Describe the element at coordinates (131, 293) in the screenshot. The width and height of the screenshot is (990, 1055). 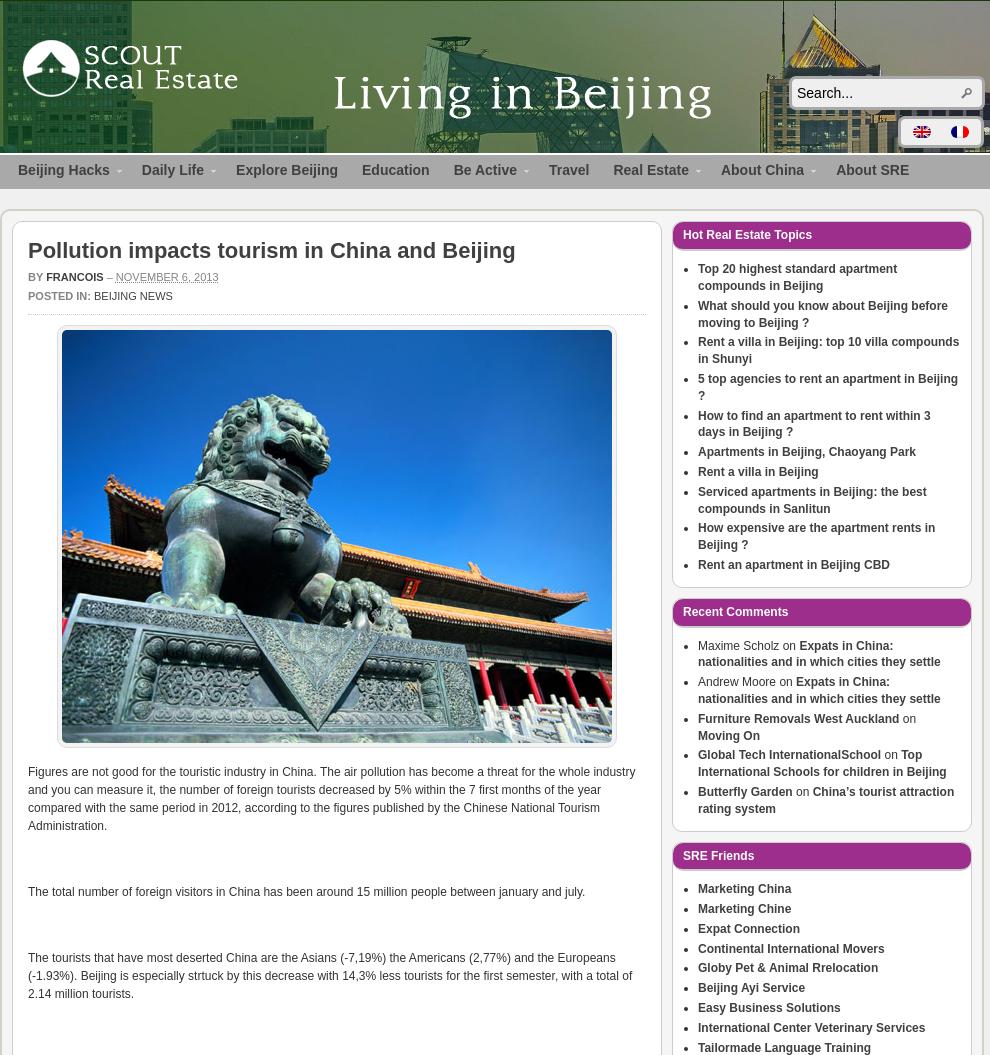
I see `'Beijing News'` at that location.